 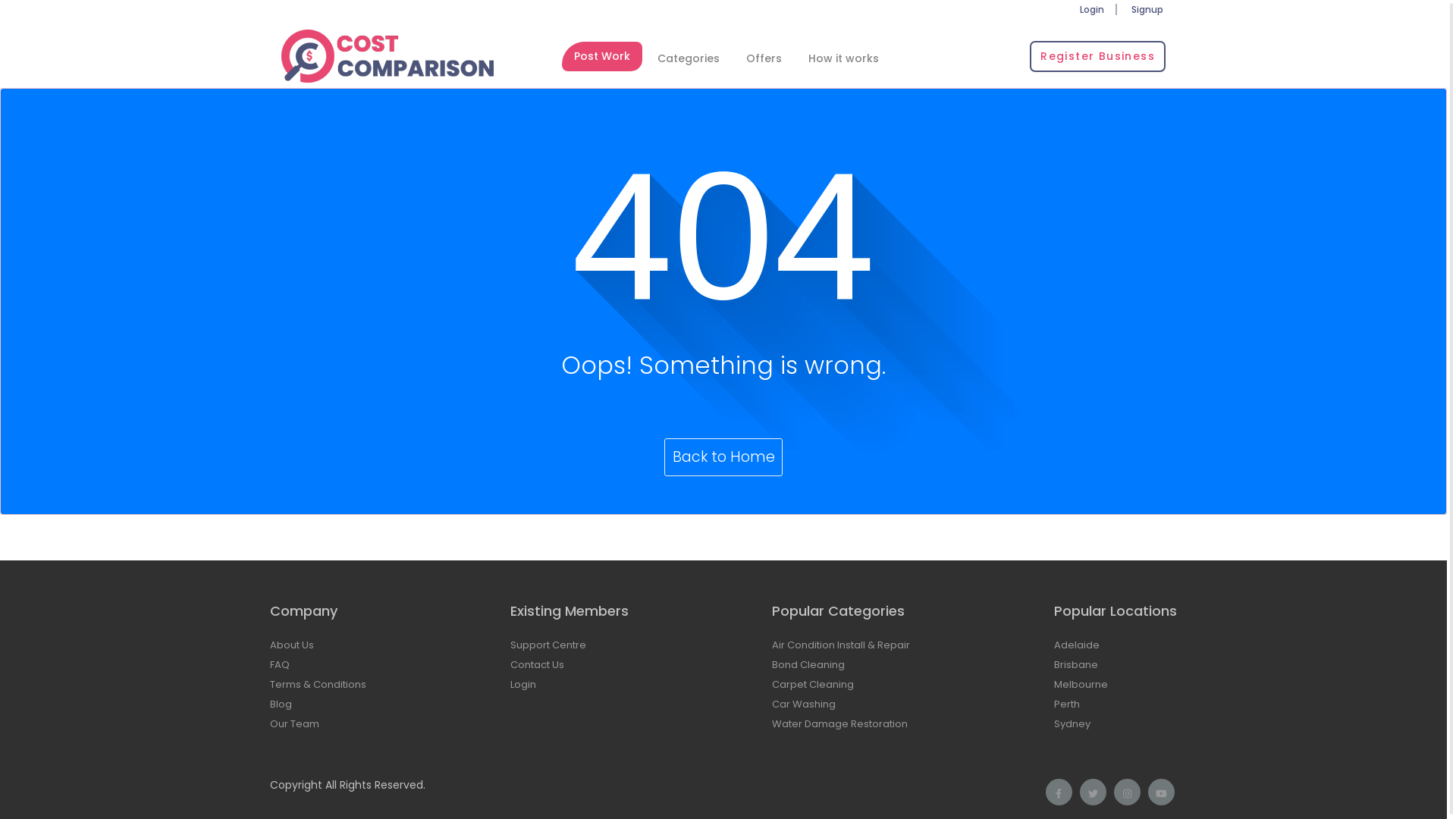 I want to click on 'Perth', so click(x=1065, y=704).